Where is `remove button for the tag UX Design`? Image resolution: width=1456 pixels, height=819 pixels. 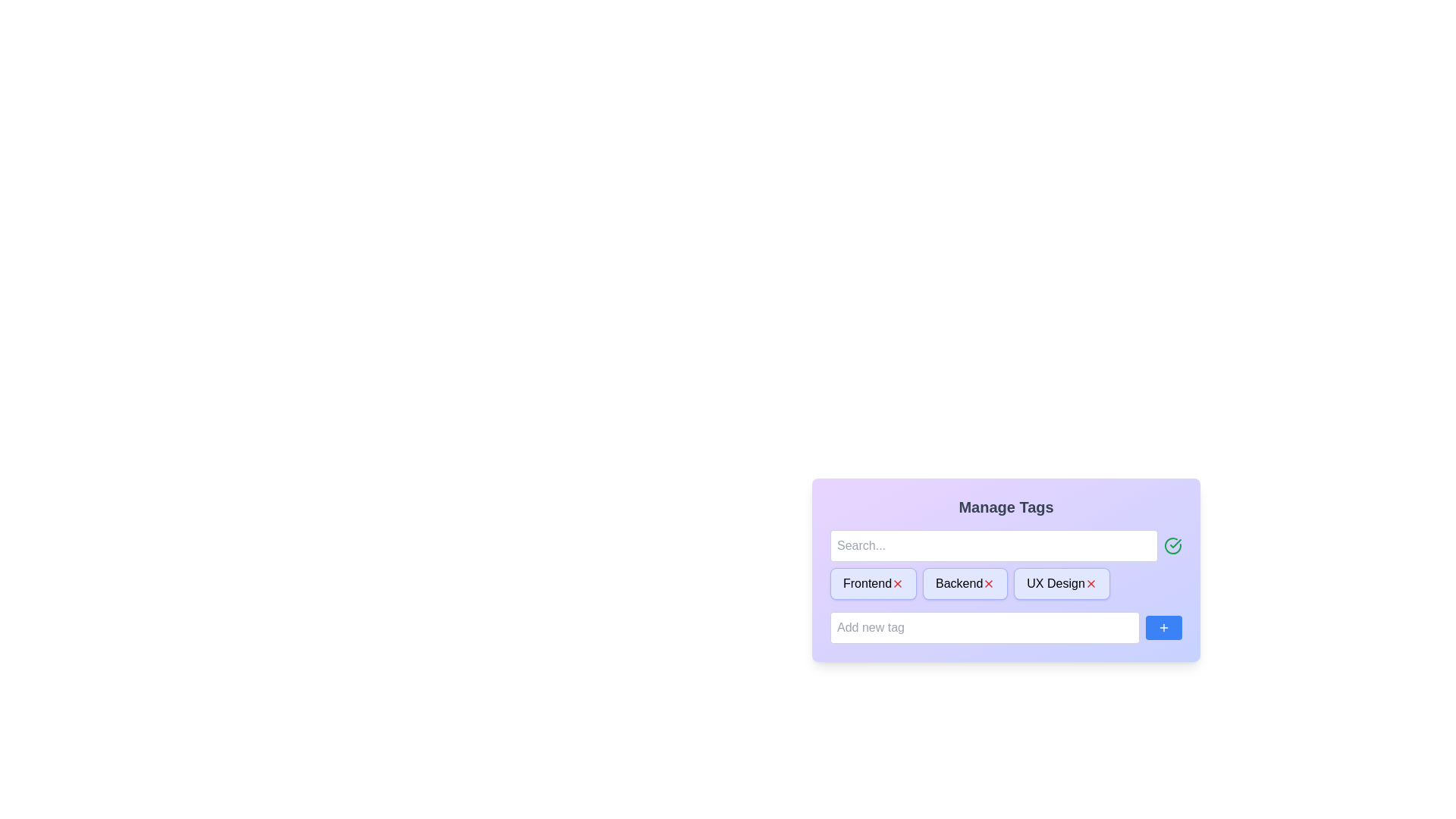
remove button for the tag UX Design is located at coordinates (1090, 583).